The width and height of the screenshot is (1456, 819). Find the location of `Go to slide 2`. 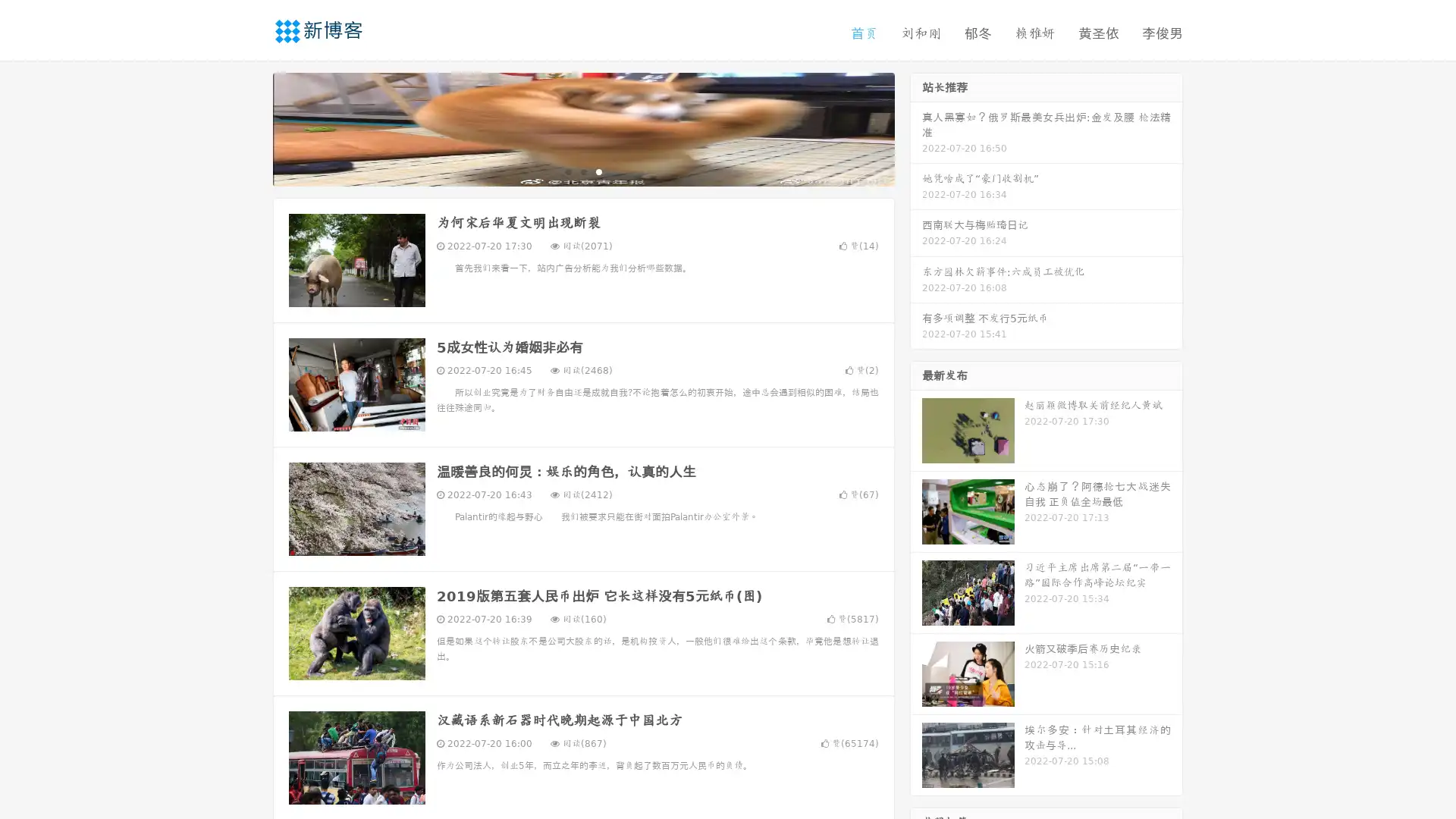

Go to slide 2 is located at coordinates (582, 171).